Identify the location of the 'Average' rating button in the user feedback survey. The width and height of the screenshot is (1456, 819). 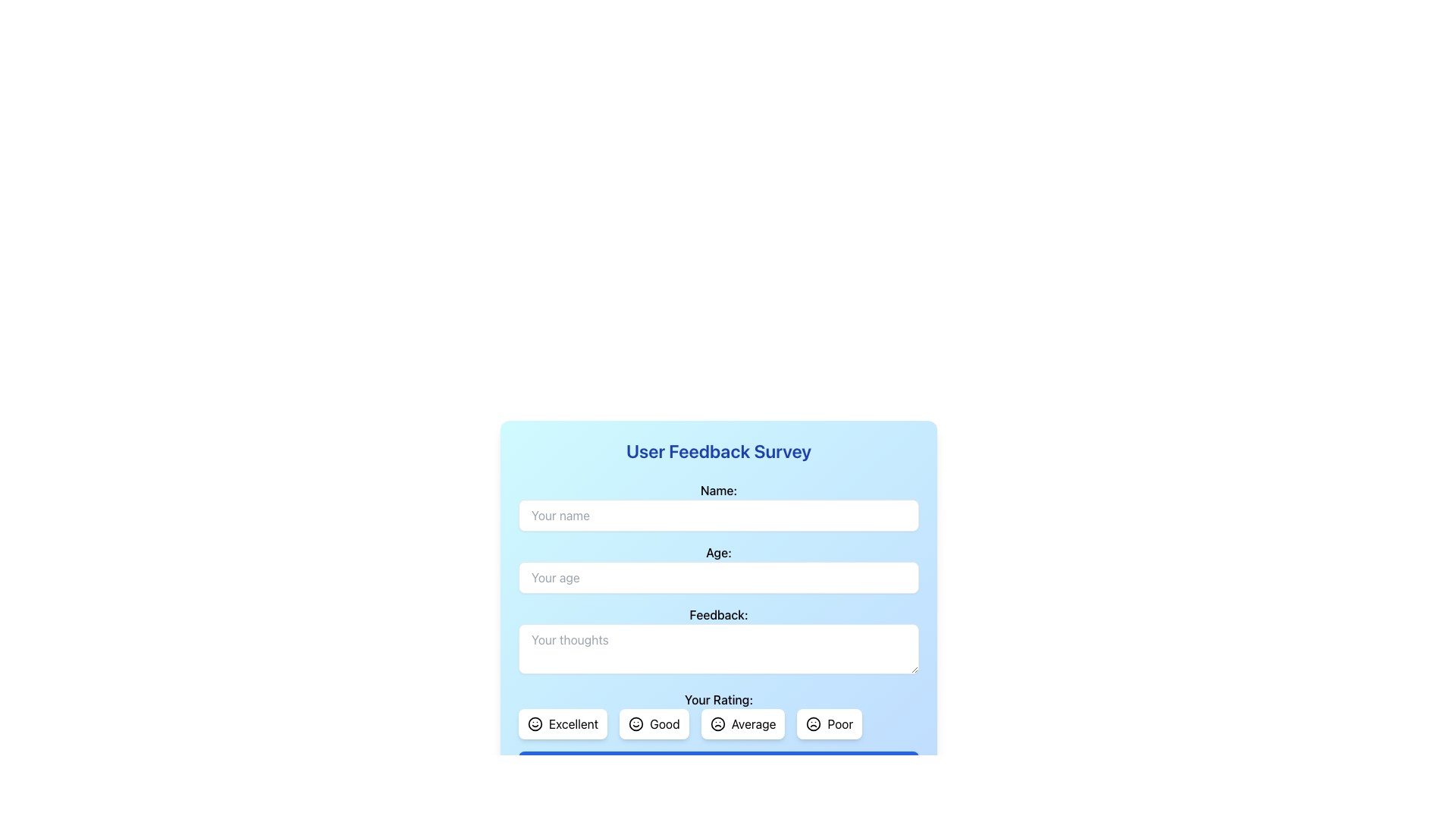
(753, 723).